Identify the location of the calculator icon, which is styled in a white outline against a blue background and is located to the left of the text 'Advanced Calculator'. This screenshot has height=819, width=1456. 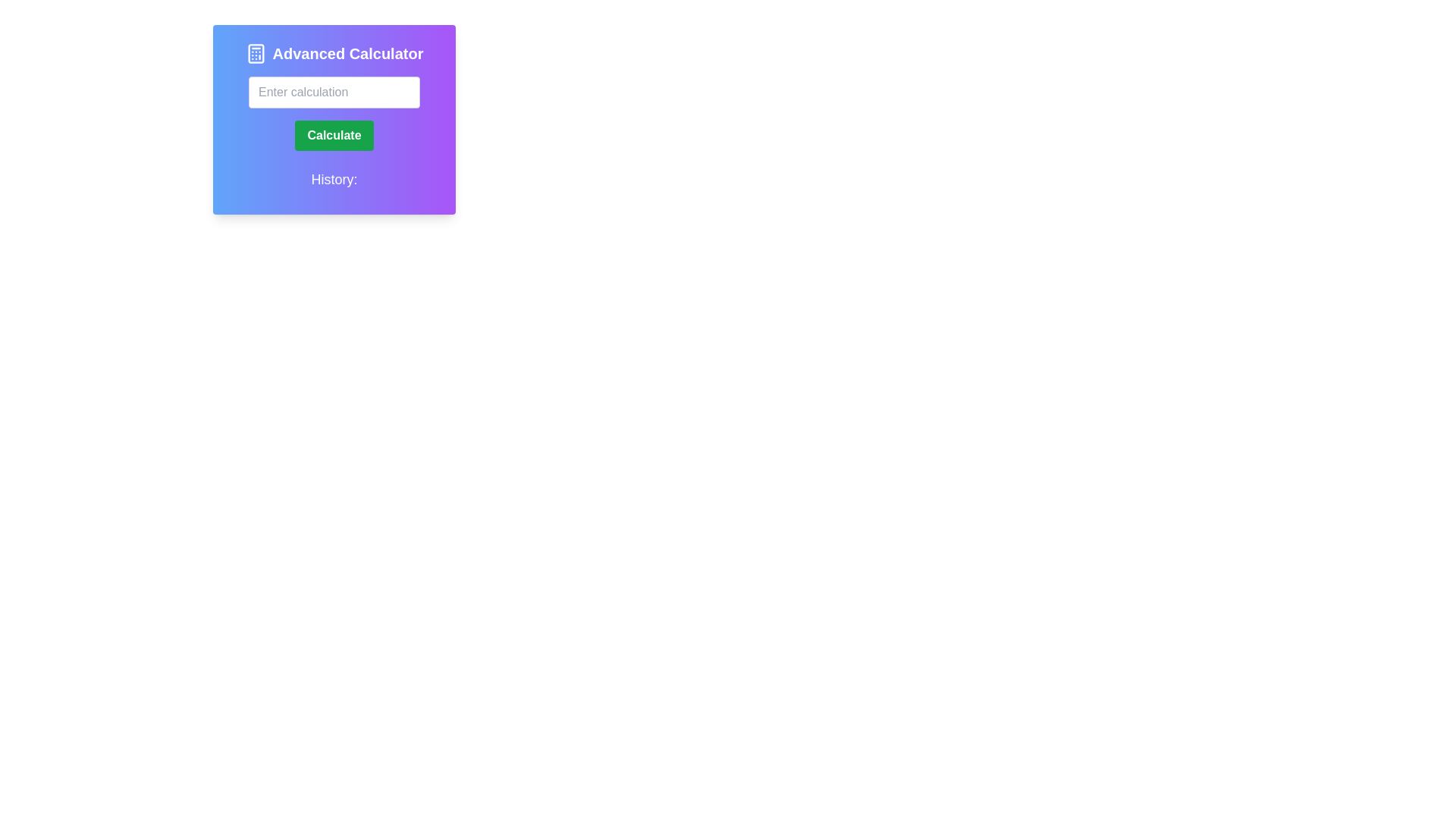
(256, 52).